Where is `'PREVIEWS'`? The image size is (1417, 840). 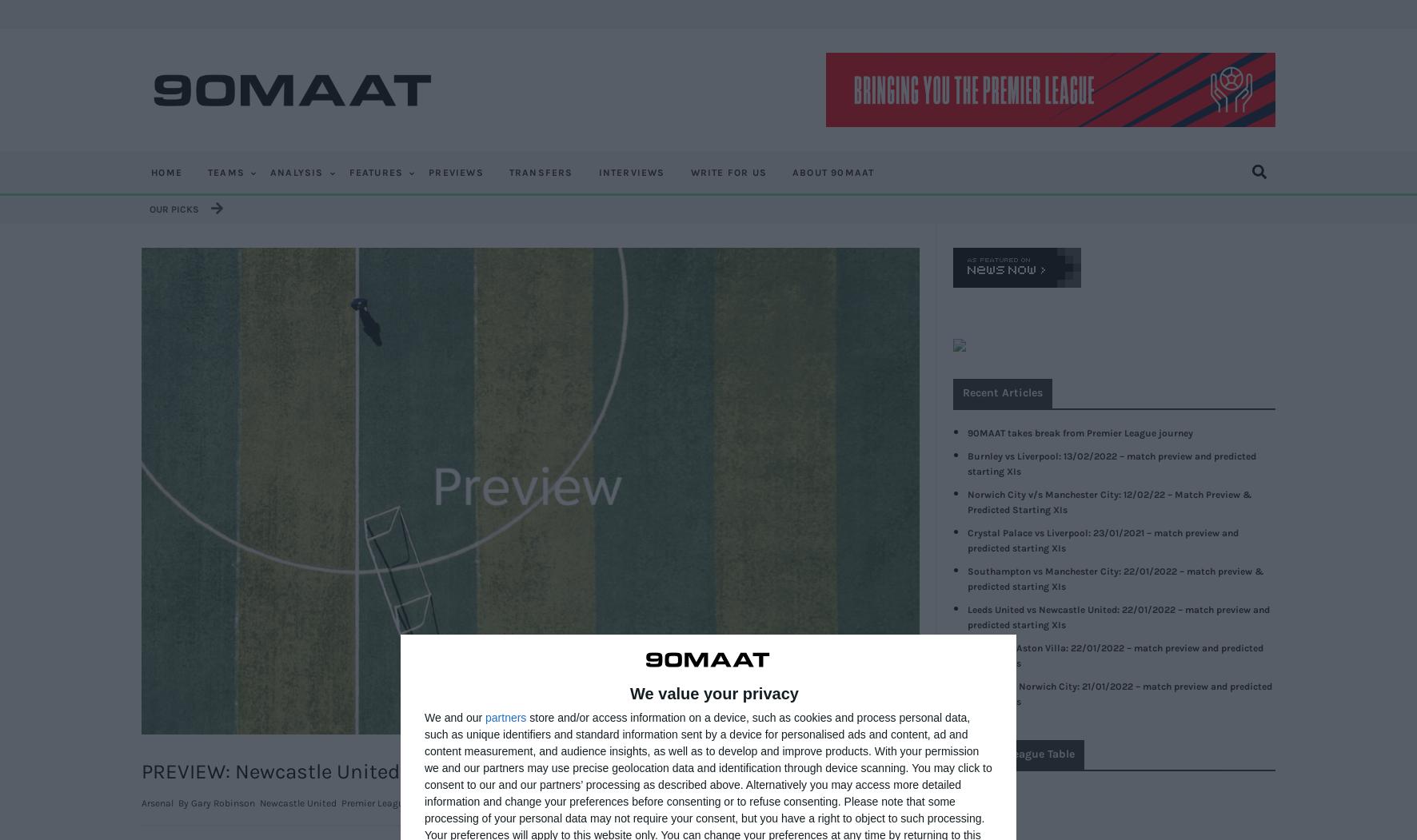
'PREVIEWS' is located at coordinates (456, 171).